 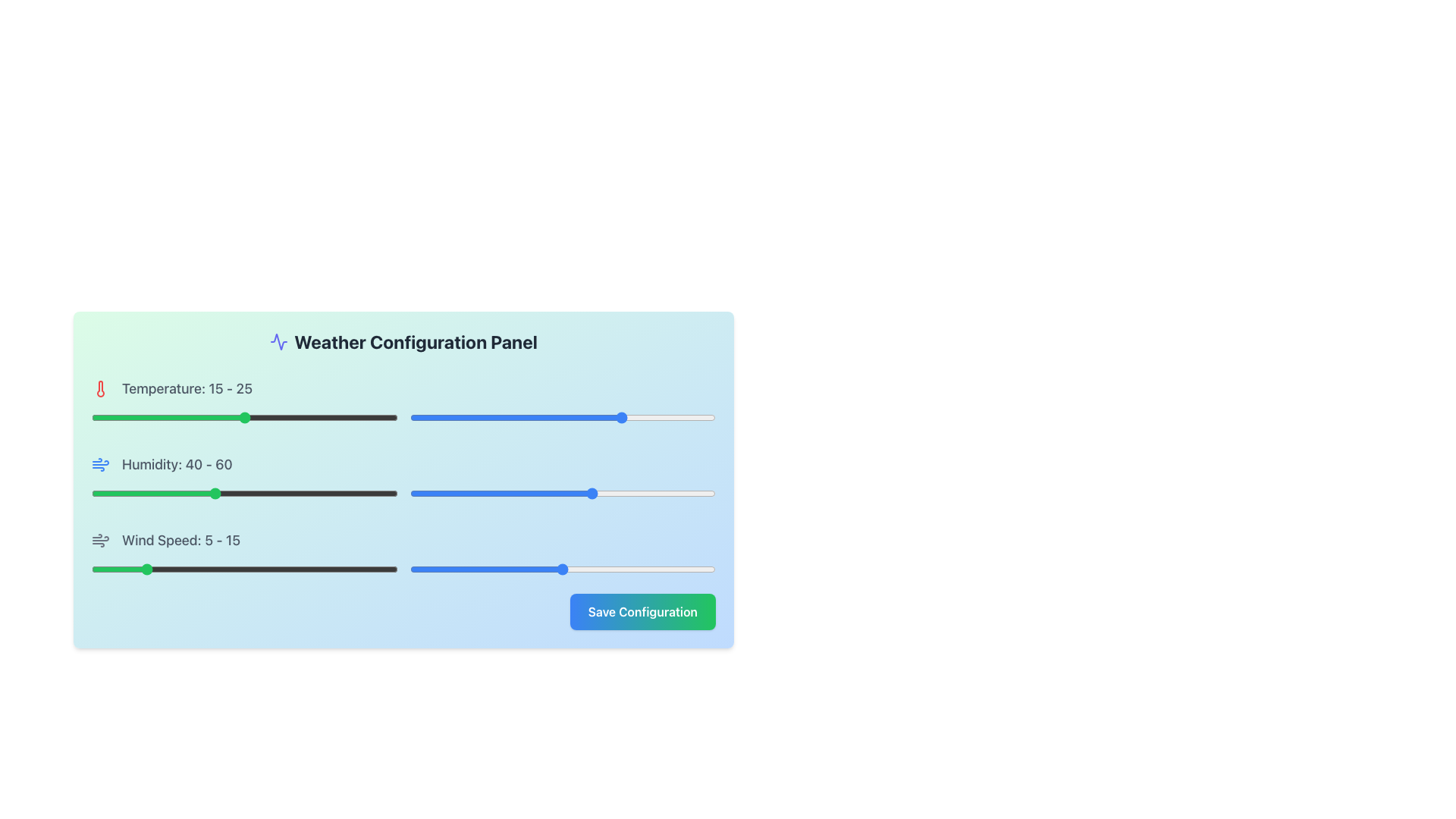 I want to click on the start value of the wind speed range, so click(x=193, y=570).